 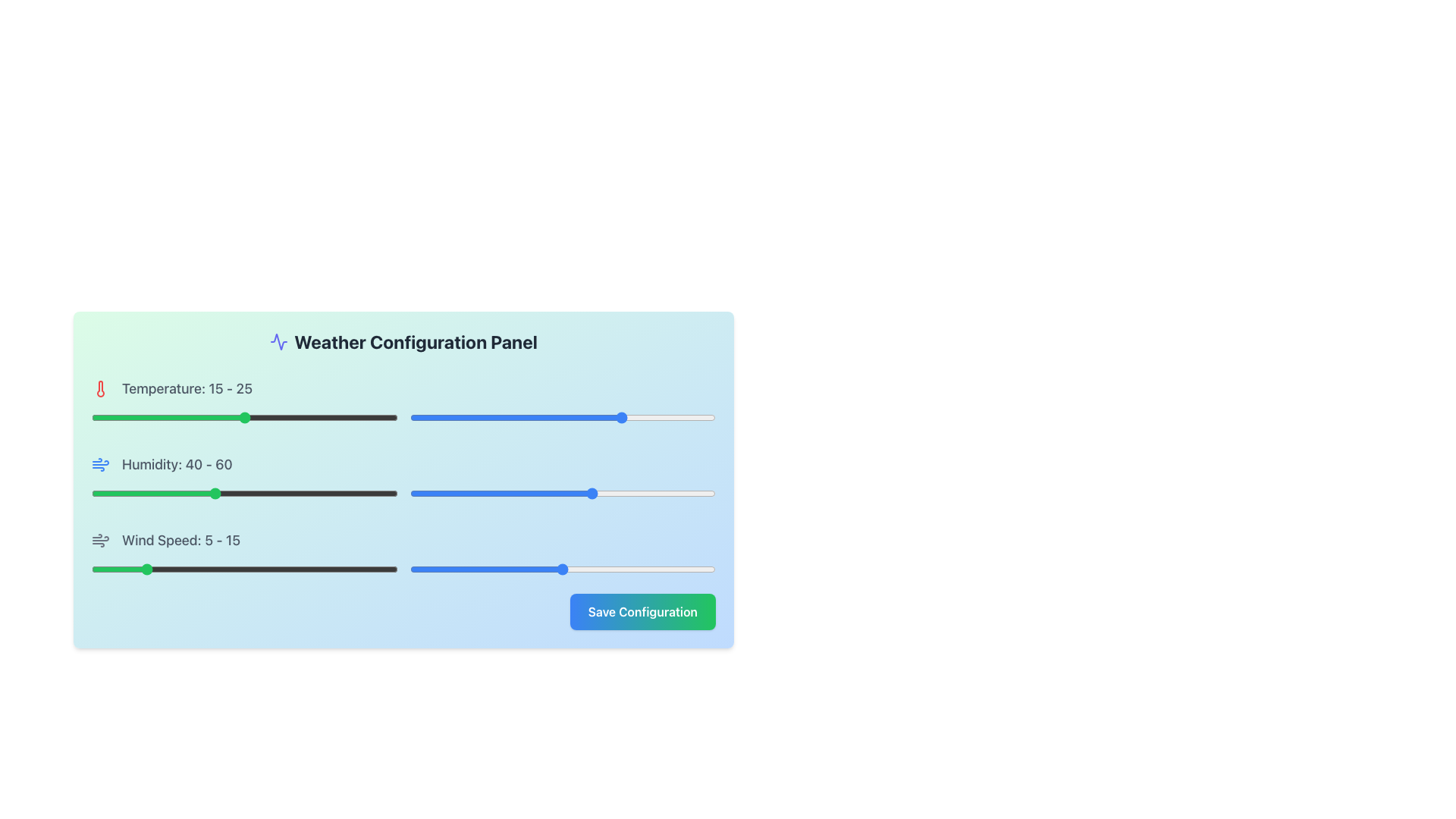 I want to click on the start value of the wind speed range, so click(x=193, y=570).